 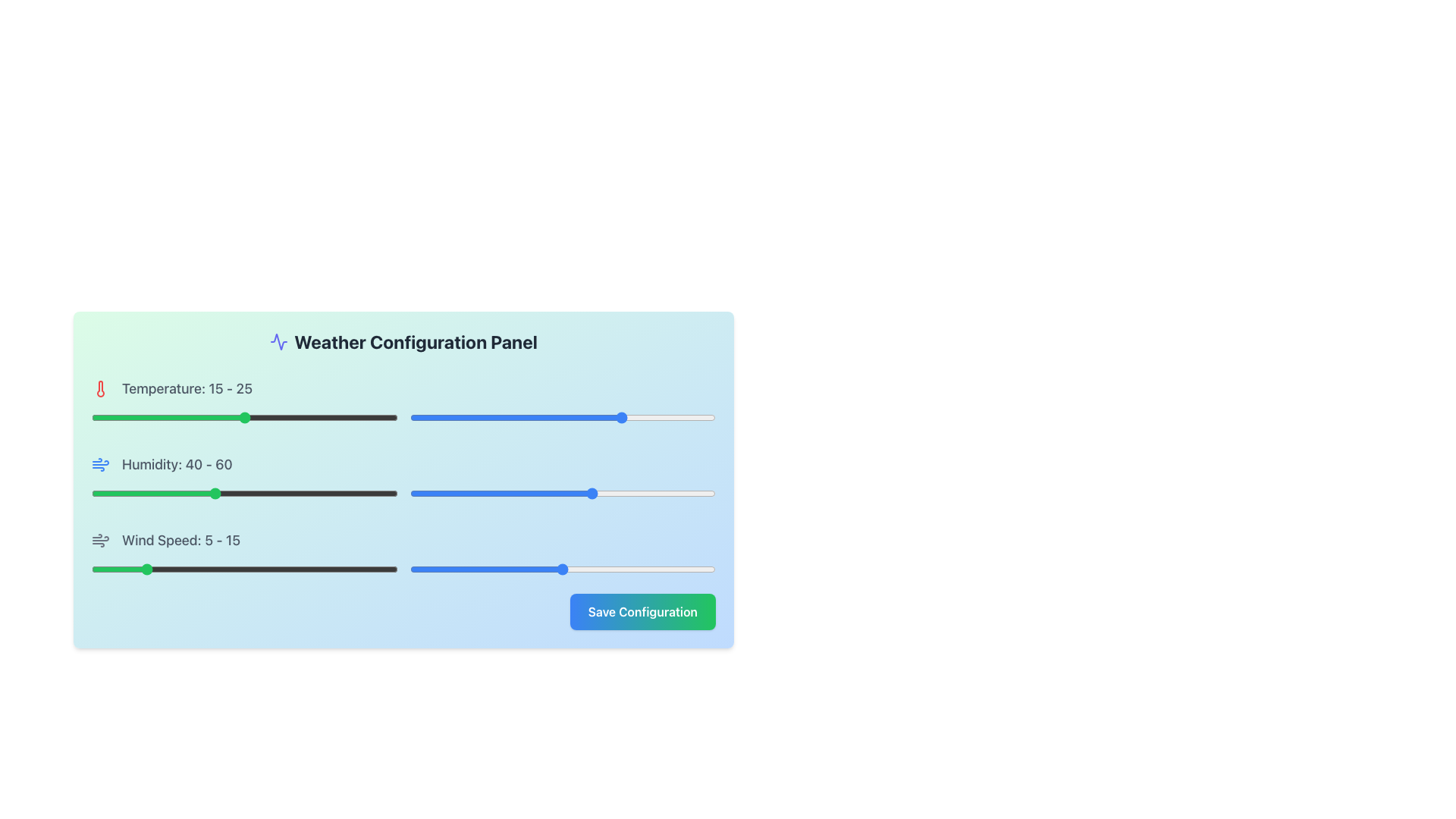 I want to click on the start value of the wind speed range, so click(x=193, y=570).